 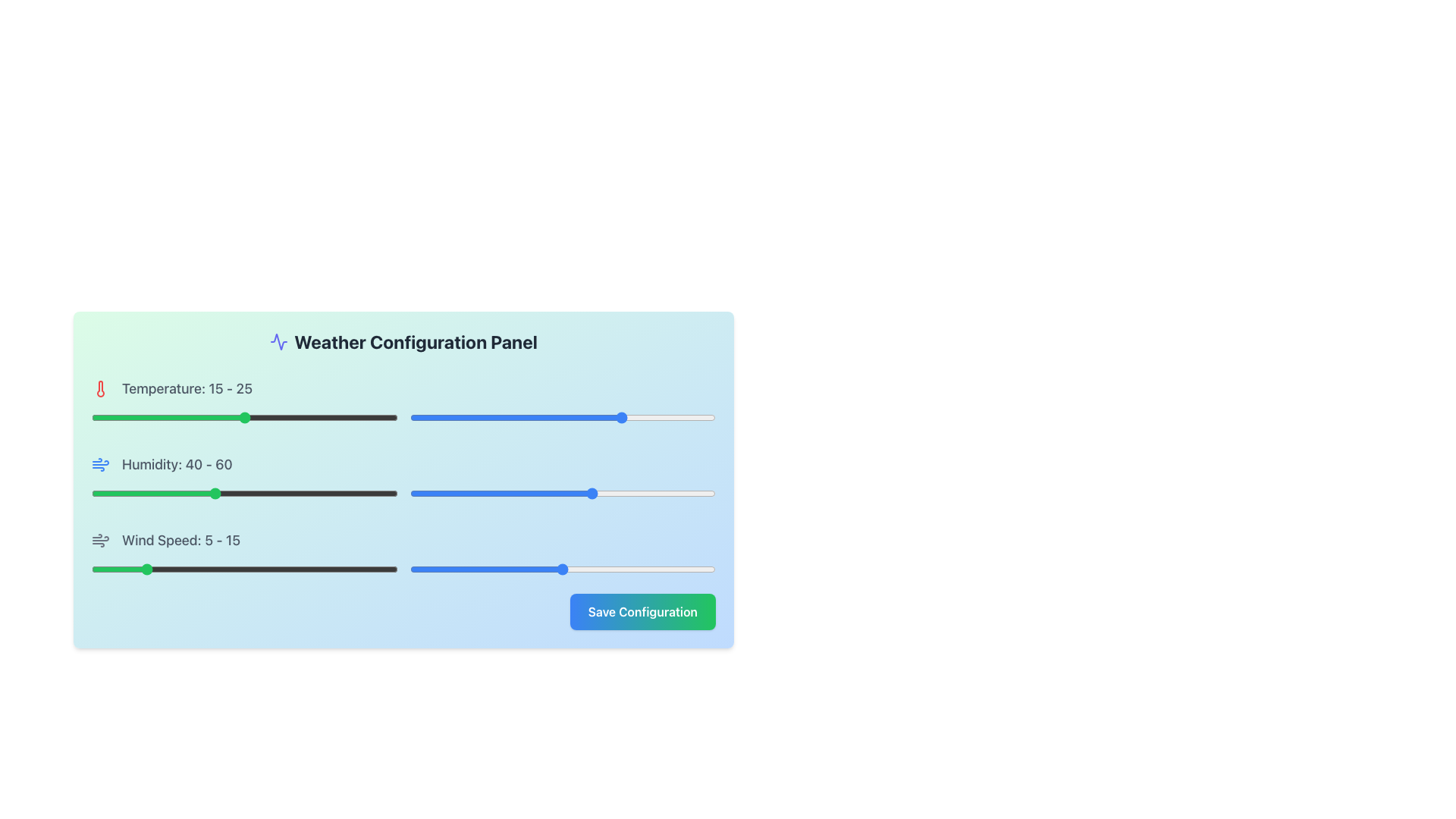 I want to click on the start value of the wind speed range, so click(x=193, y=570).